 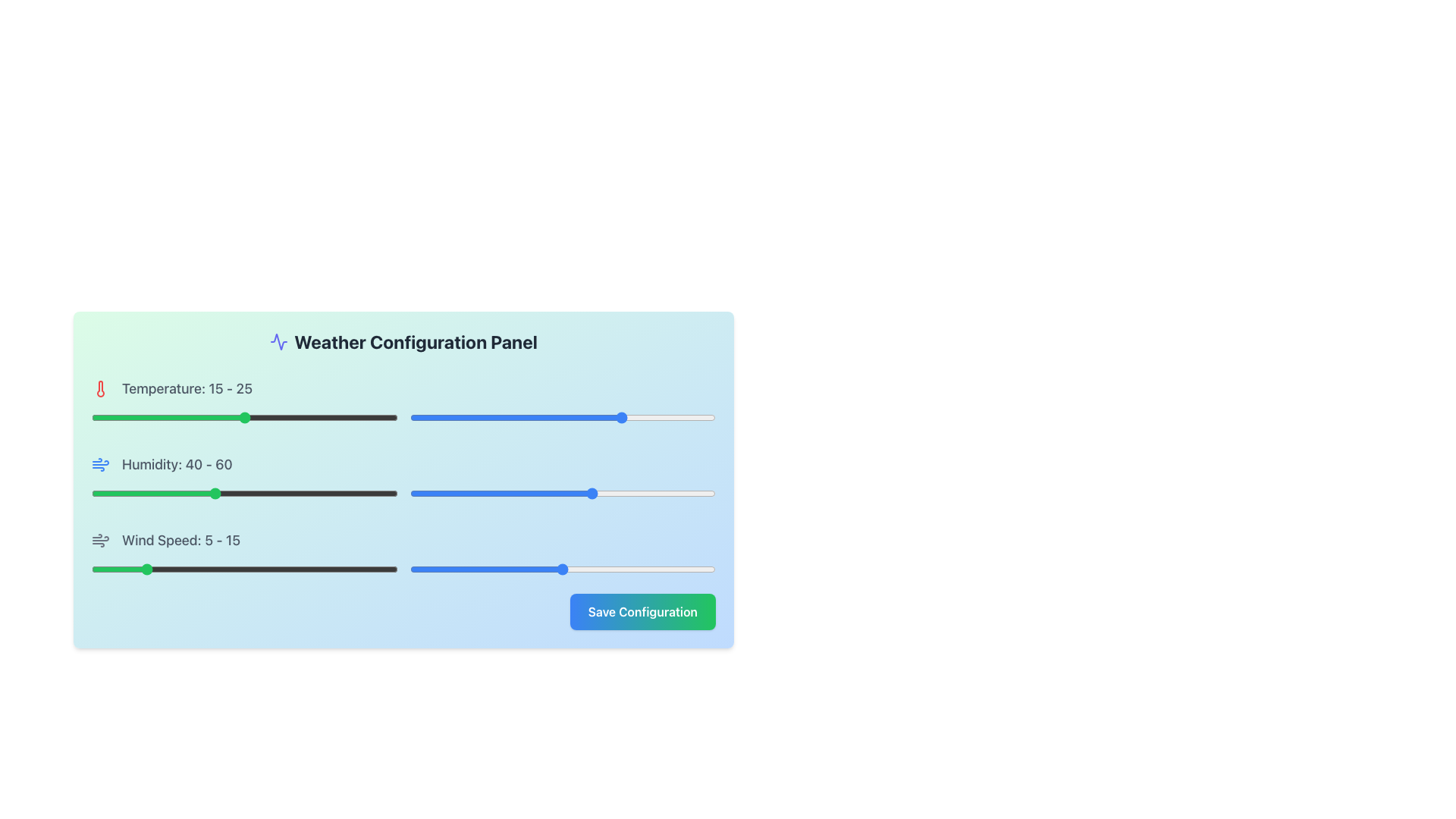 I want to click on the start value of the wind speed range, so click(x=193, y=570).